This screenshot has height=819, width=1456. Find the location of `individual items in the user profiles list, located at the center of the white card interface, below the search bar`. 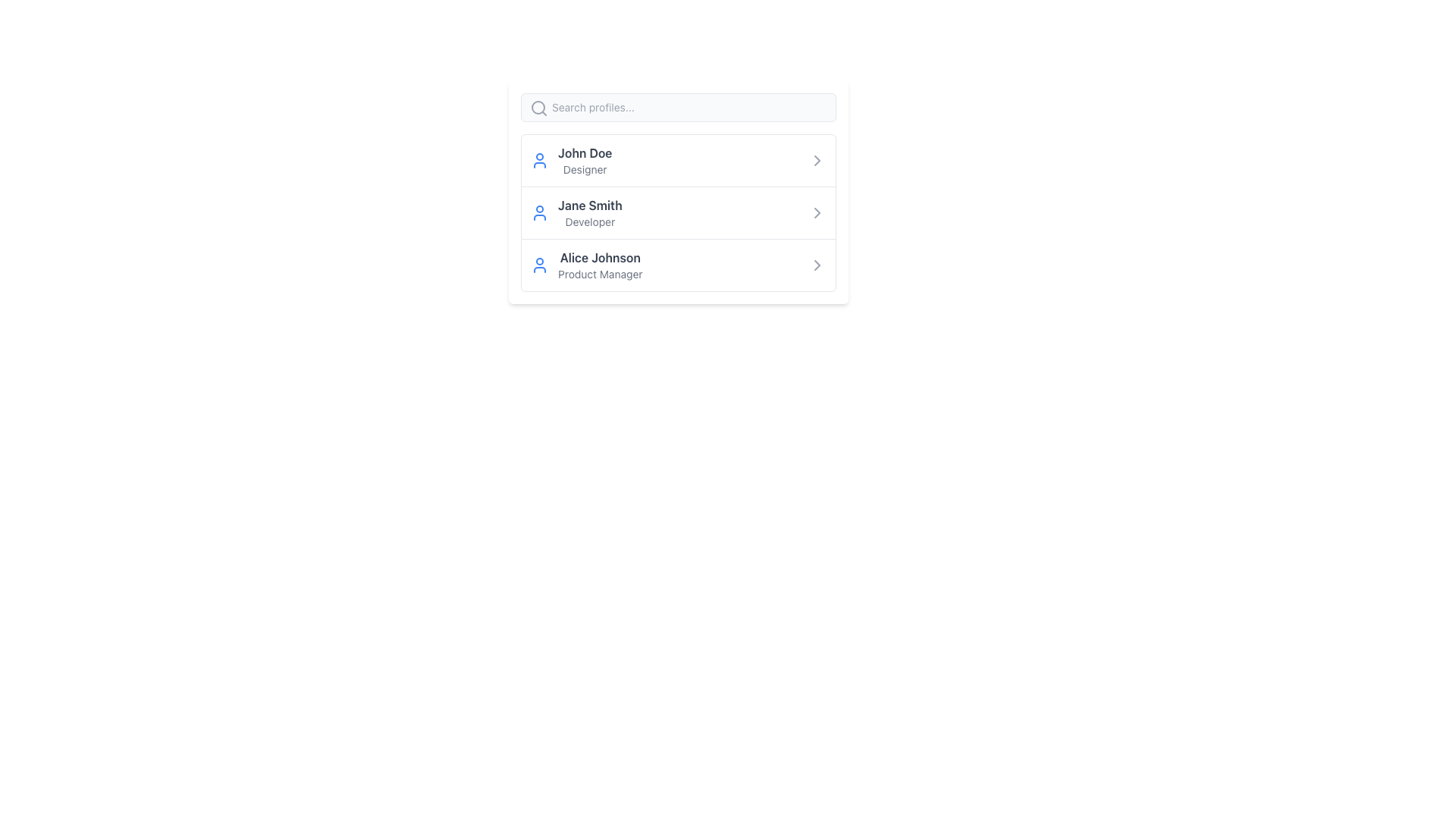

individual items in the user profiles list, located at the center of the white card interface, below the search bar is located at coordinates (677, 213).